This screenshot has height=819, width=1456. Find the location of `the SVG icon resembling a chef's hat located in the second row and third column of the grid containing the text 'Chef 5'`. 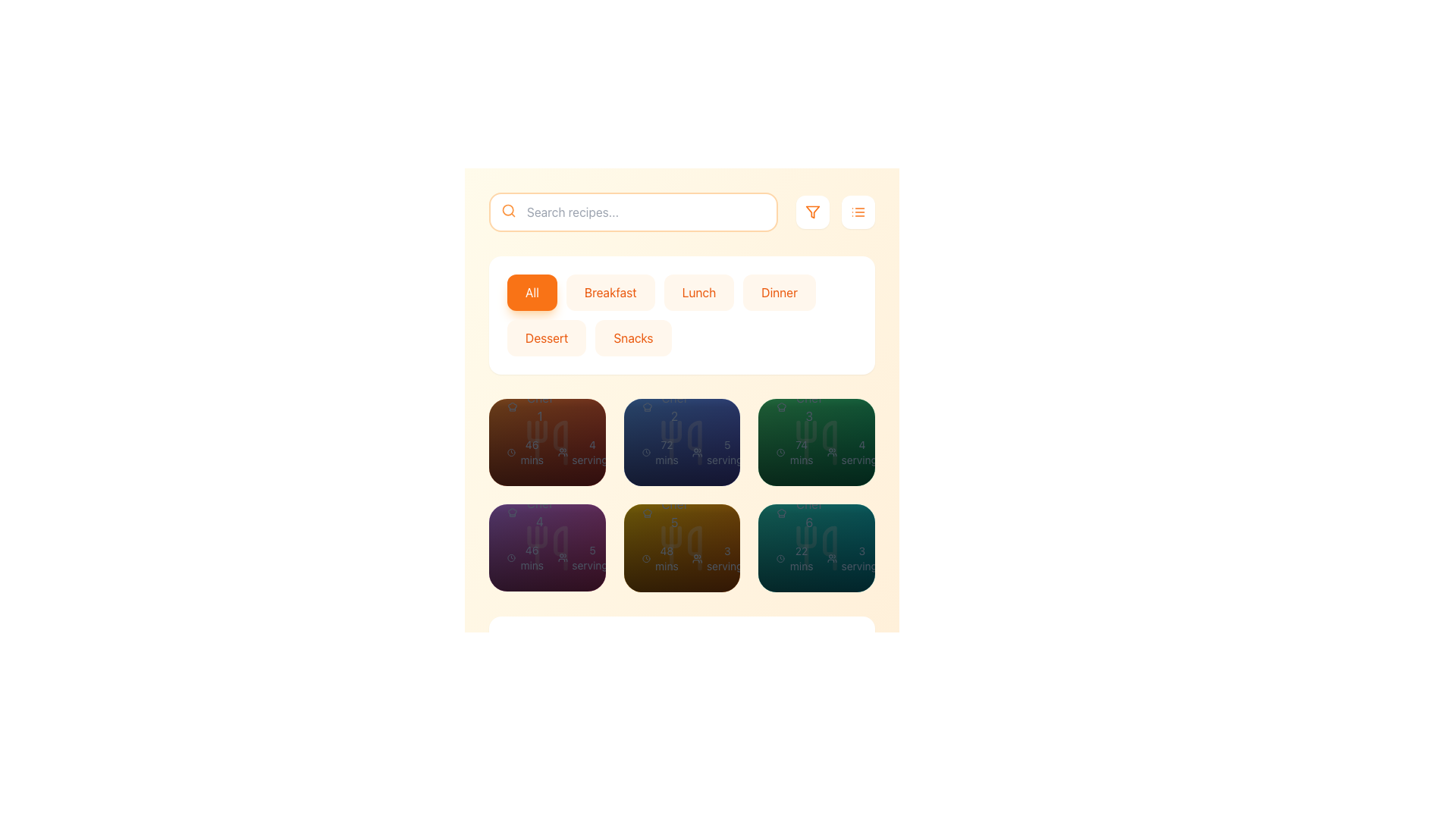

the SVG icon resembling a chef's hat located in the second row and third column of the grid containing the text 'Chef 5' is located at coordinates (647, 512).